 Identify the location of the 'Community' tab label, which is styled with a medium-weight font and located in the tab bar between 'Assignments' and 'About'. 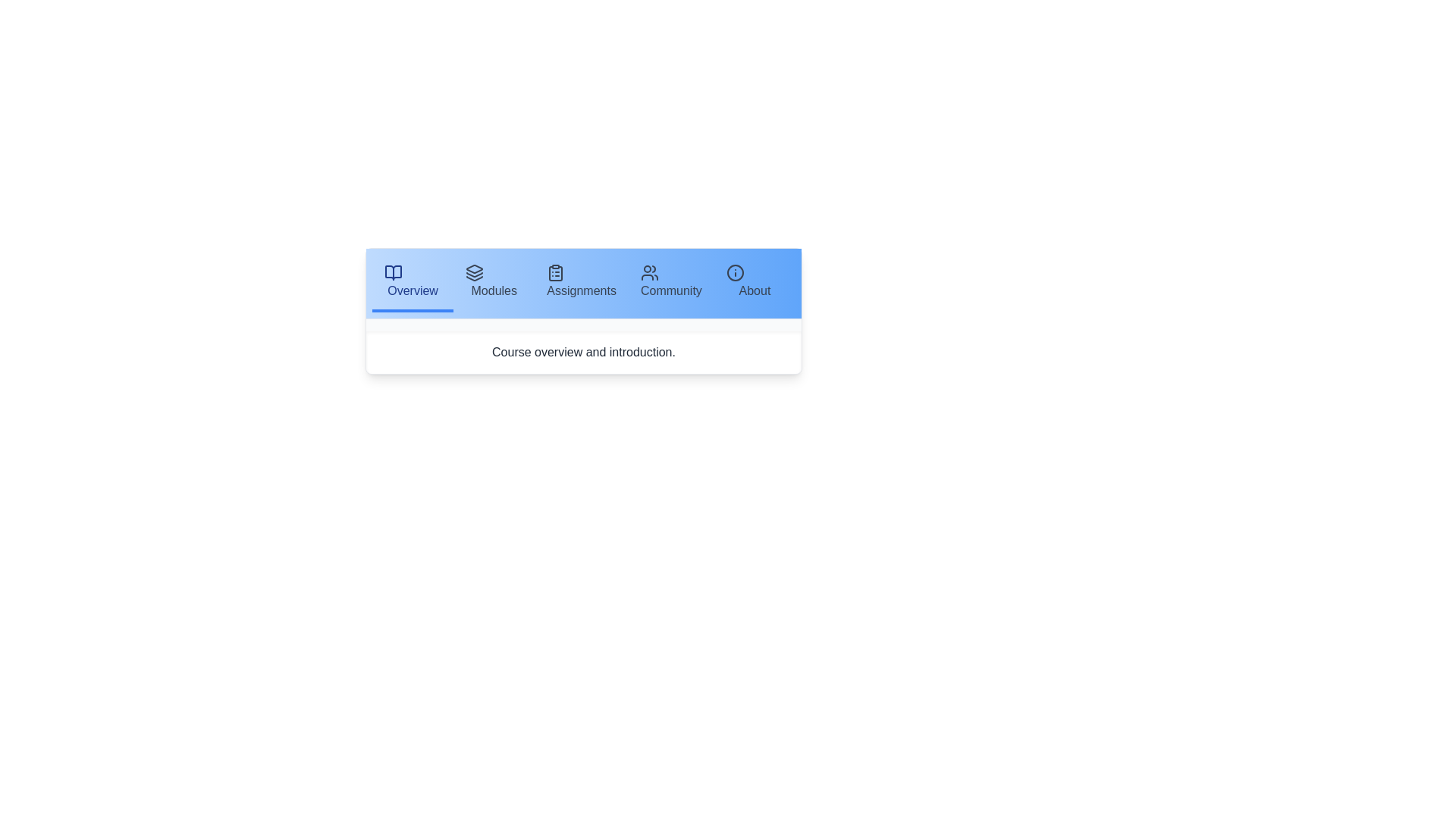
(670, 291).